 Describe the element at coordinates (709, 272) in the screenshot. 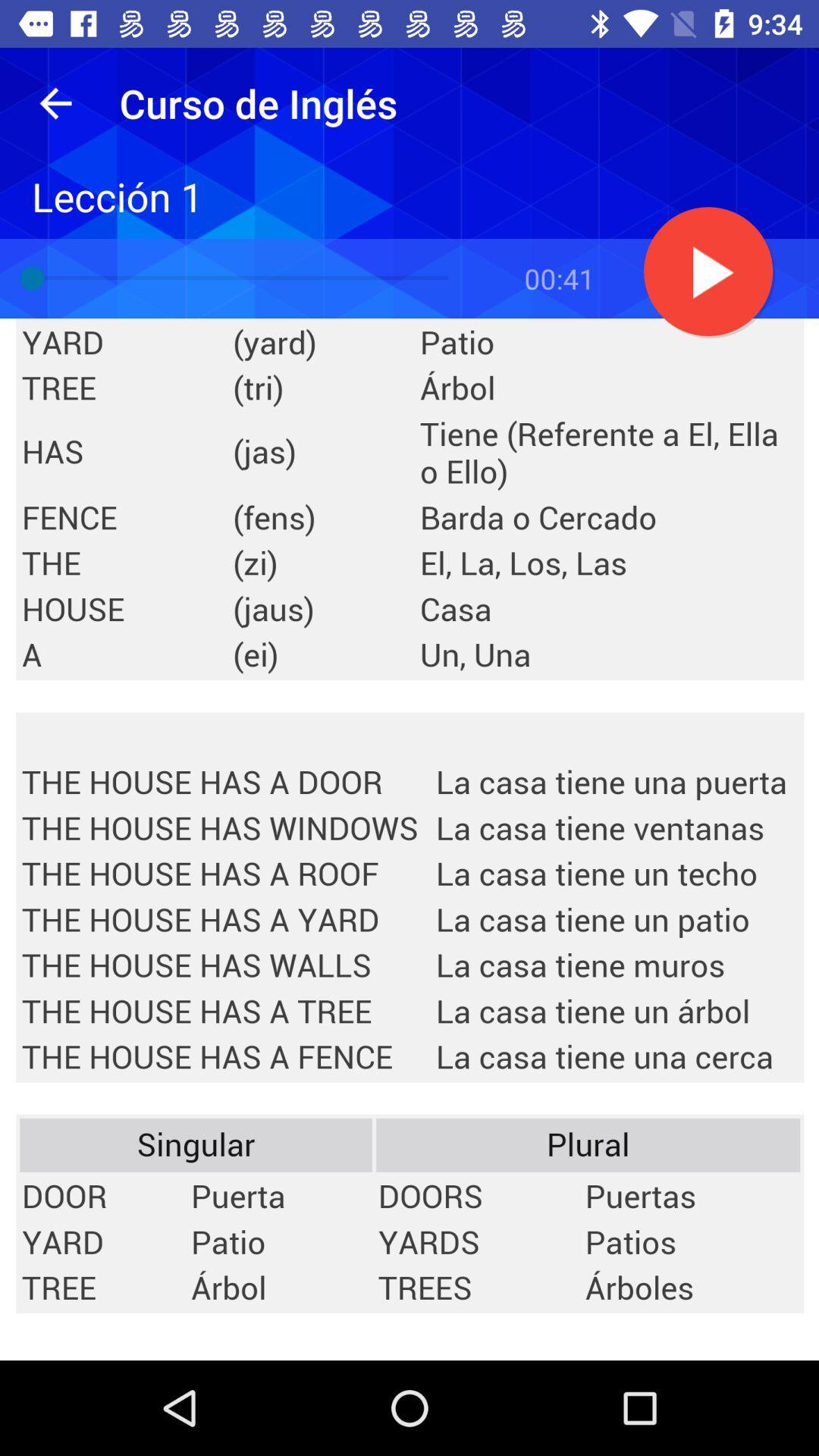

I see `the play icon` at that location.